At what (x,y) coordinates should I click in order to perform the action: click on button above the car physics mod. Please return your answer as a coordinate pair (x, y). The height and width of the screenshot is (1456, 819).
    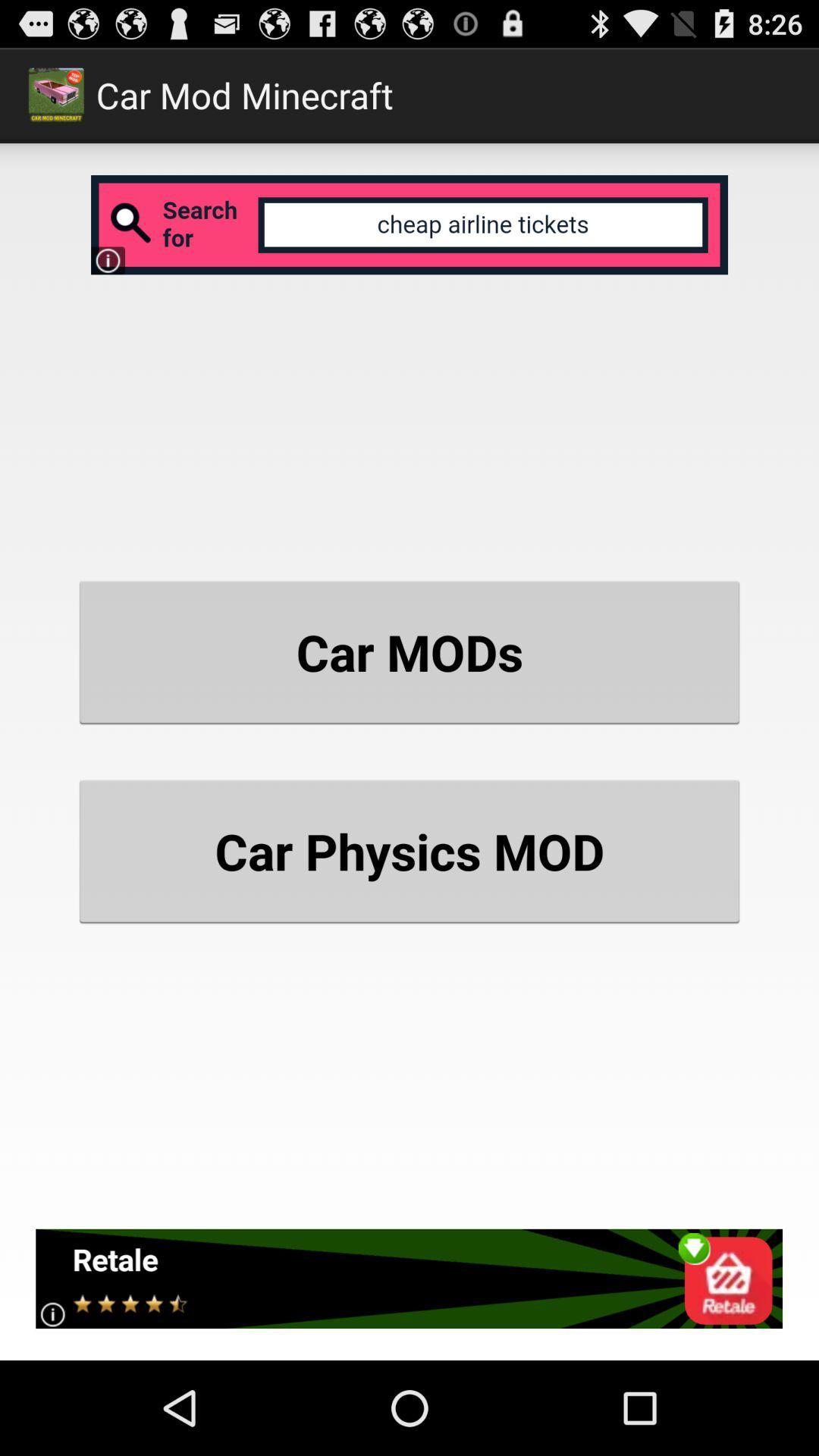
    Looking at the image, I should click on (409, 652).